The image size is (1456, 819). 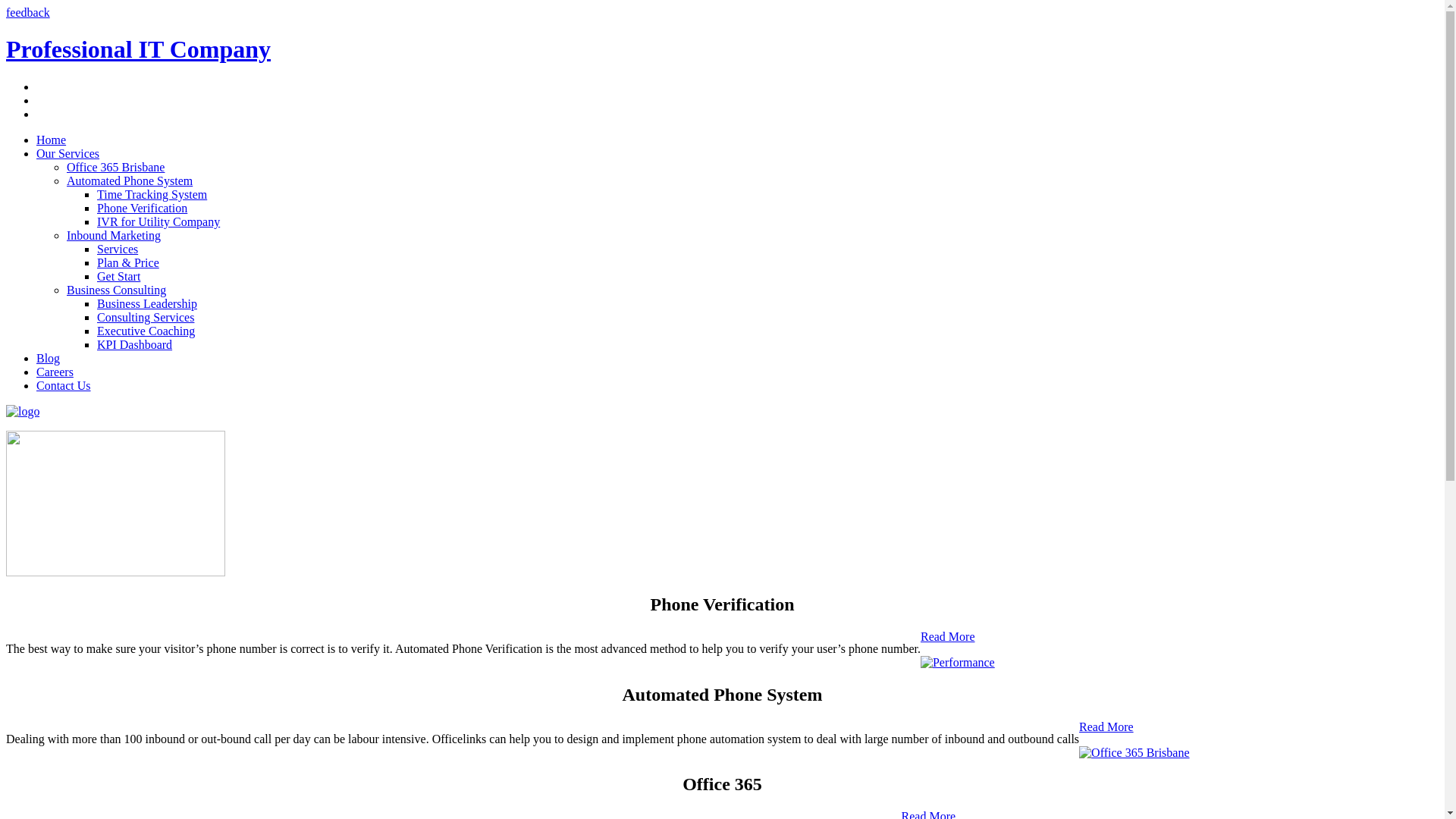 I want to click on 'Office 365 Brisbane', so click(x=65, y=167).